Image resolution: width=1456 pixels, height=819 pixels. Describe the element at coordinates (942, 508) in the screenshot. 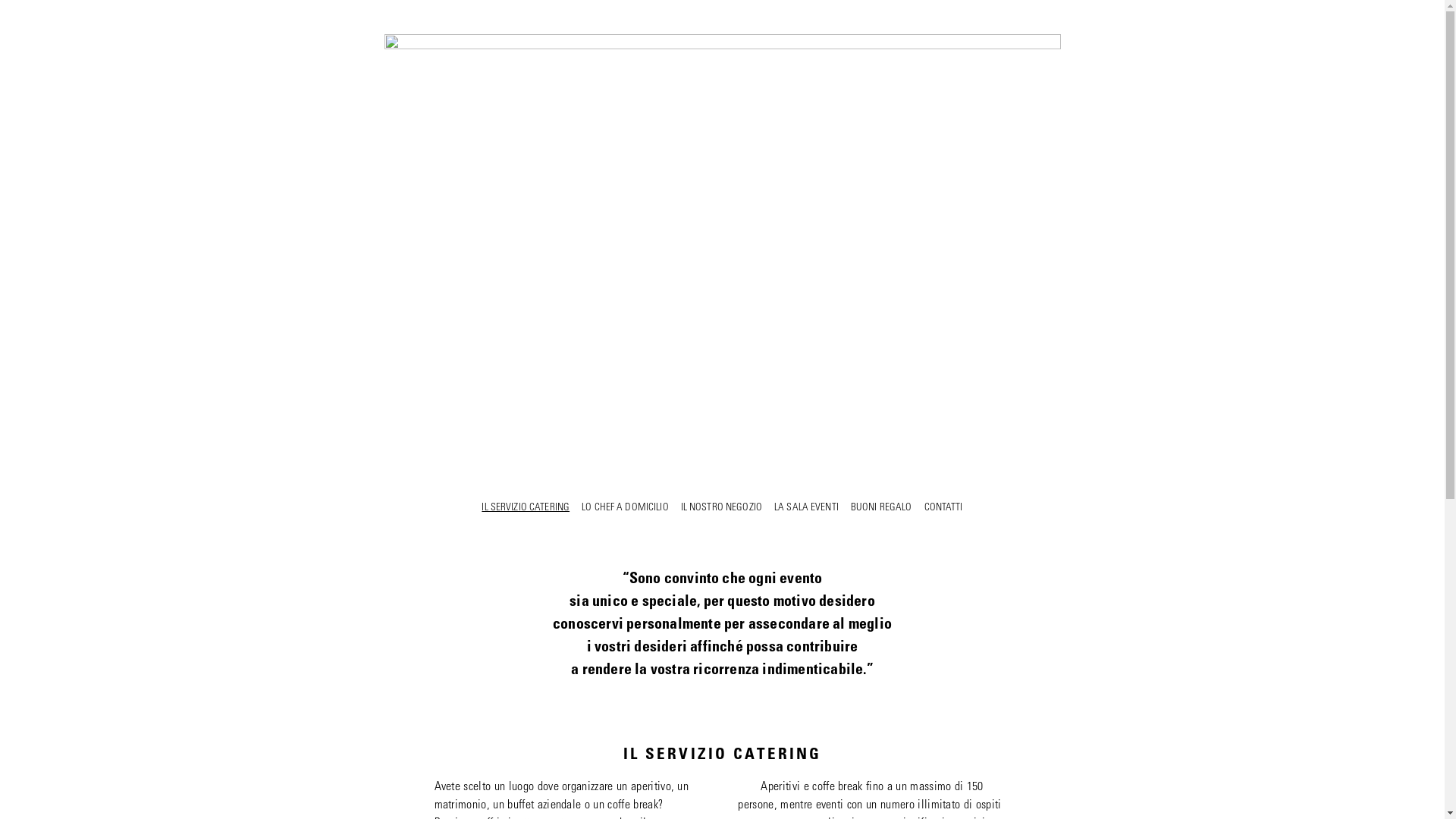

I see `'CONTATTI'` at that location.